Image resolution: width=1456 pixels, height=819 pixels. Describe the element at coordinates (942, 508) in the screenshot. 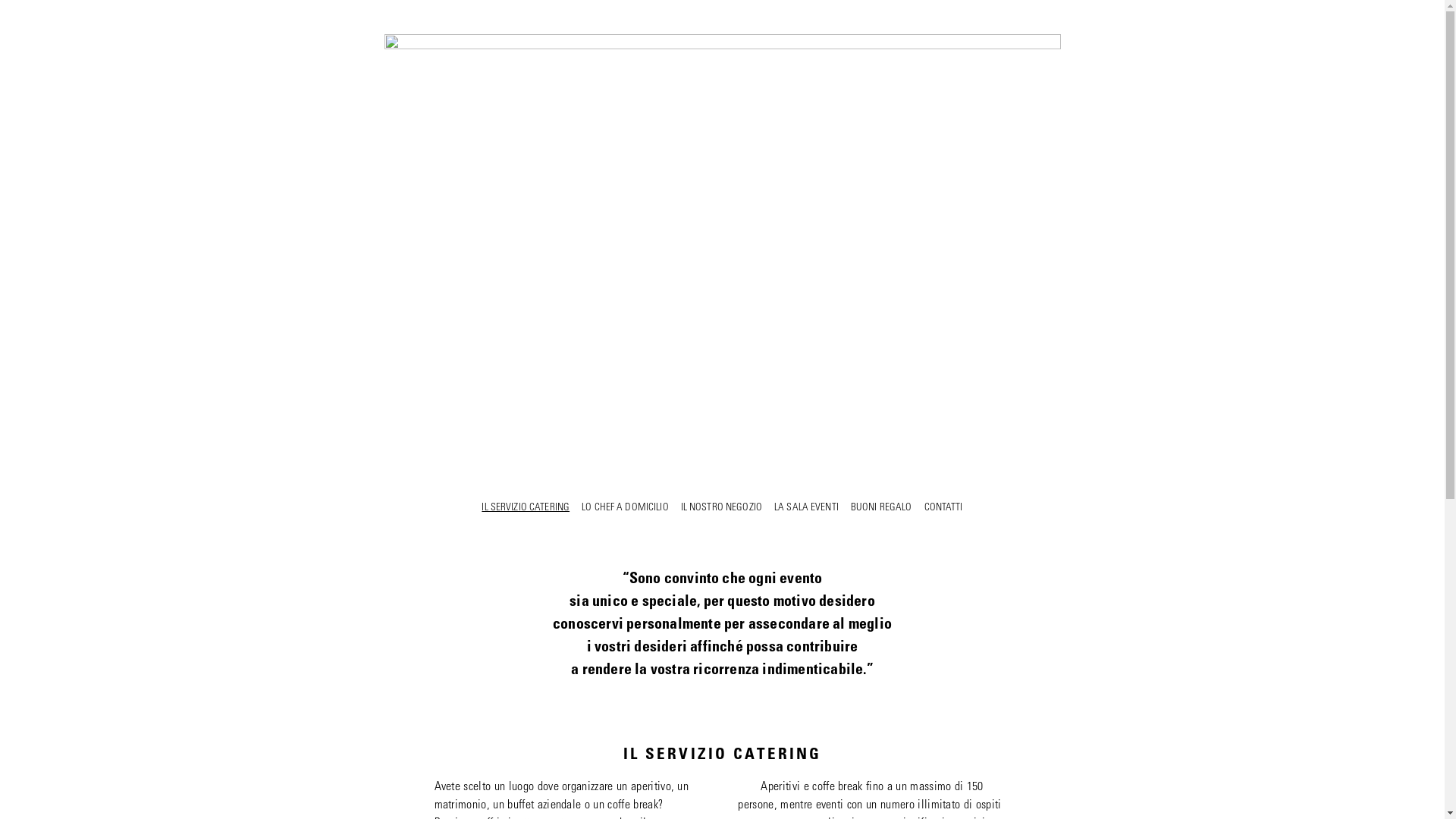

I see `'CONTATTI'` at that location.